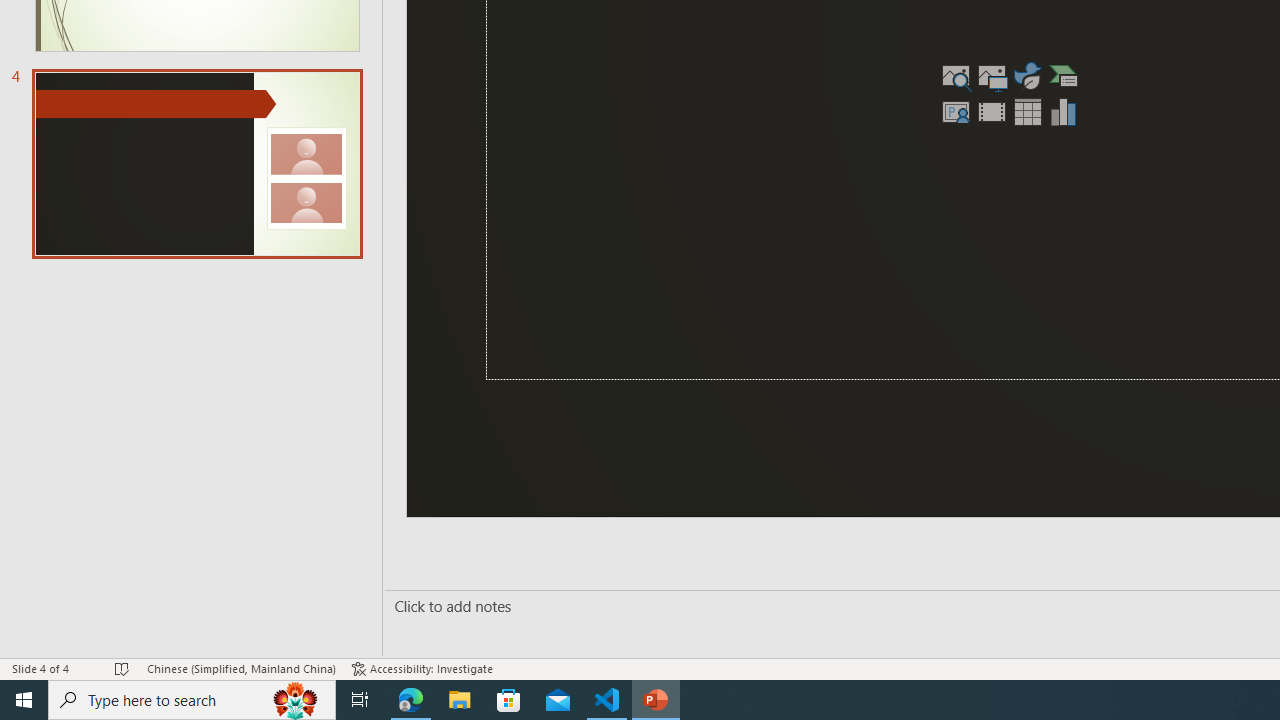 Image resolution: width=1280 pixels, height=720 pixels. Describe the element at coordinates (954, 111) in the screenshot. I see `'Insert Cameo'` at that location.